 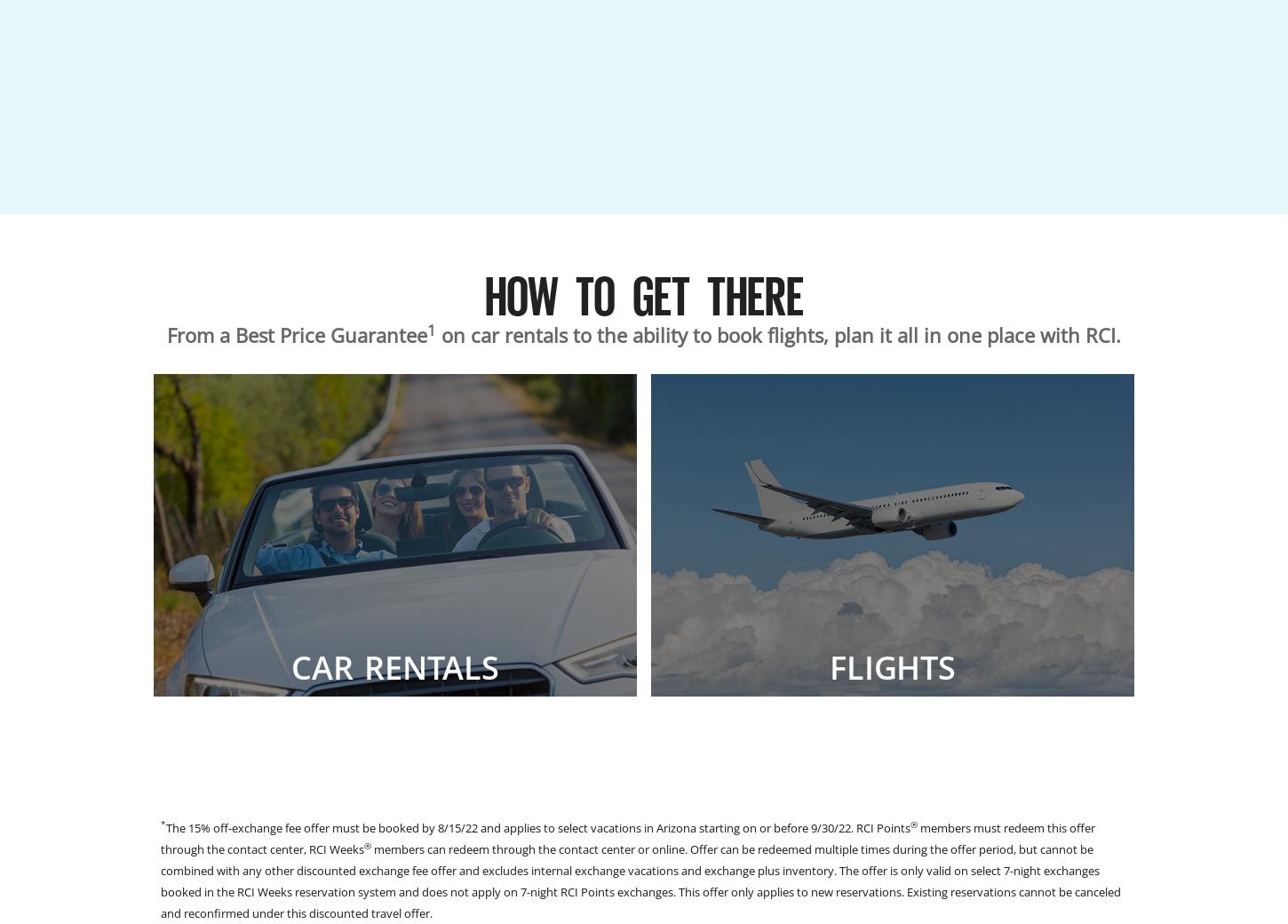 I want to click on 'members must redeem this offer through the contact center, RCI Weeks', so click(x=159, y=839).